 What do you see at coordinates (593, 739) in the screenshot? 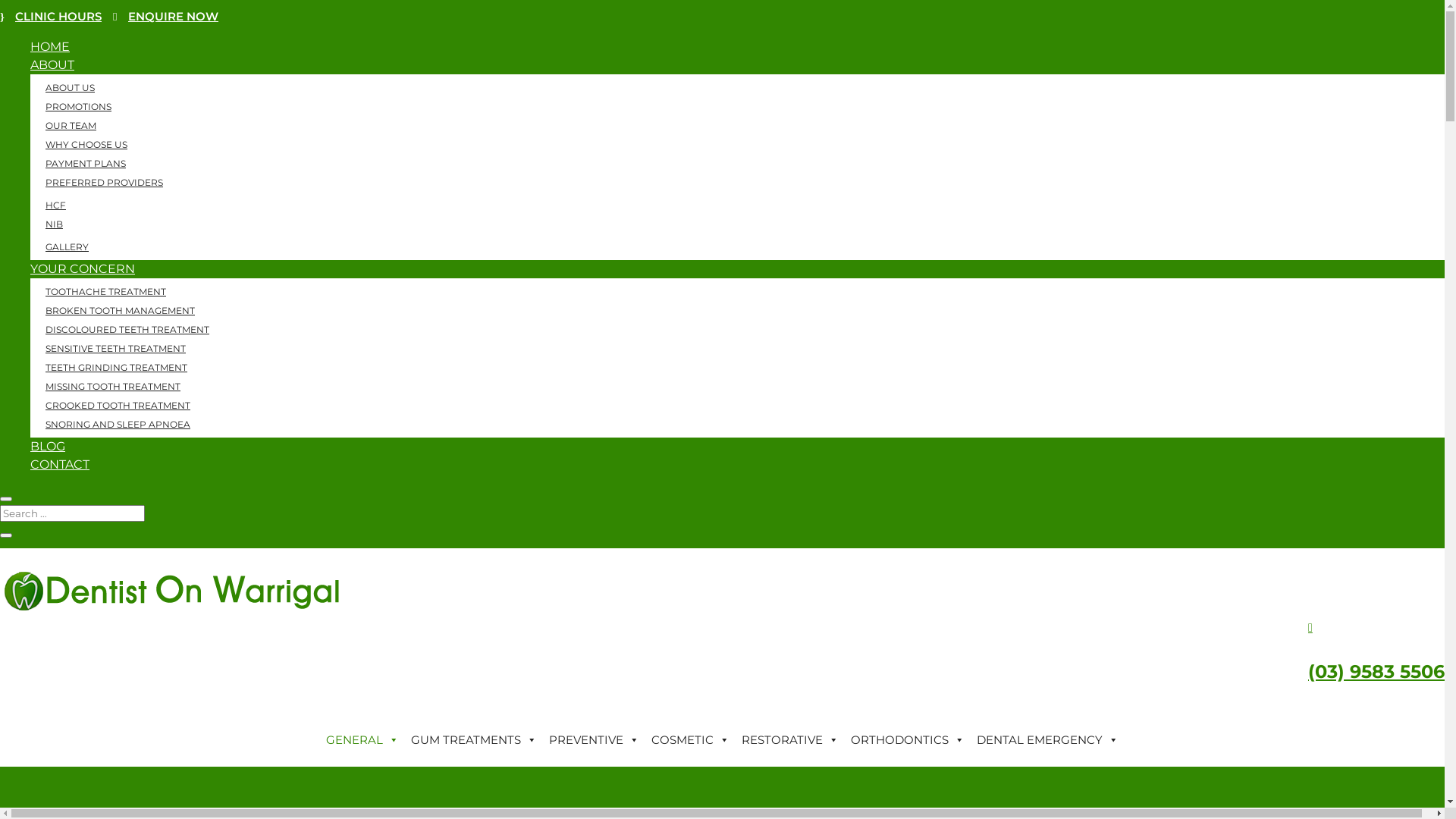
I see `'PREVENTIVE'` at bounding box center [593, 739].